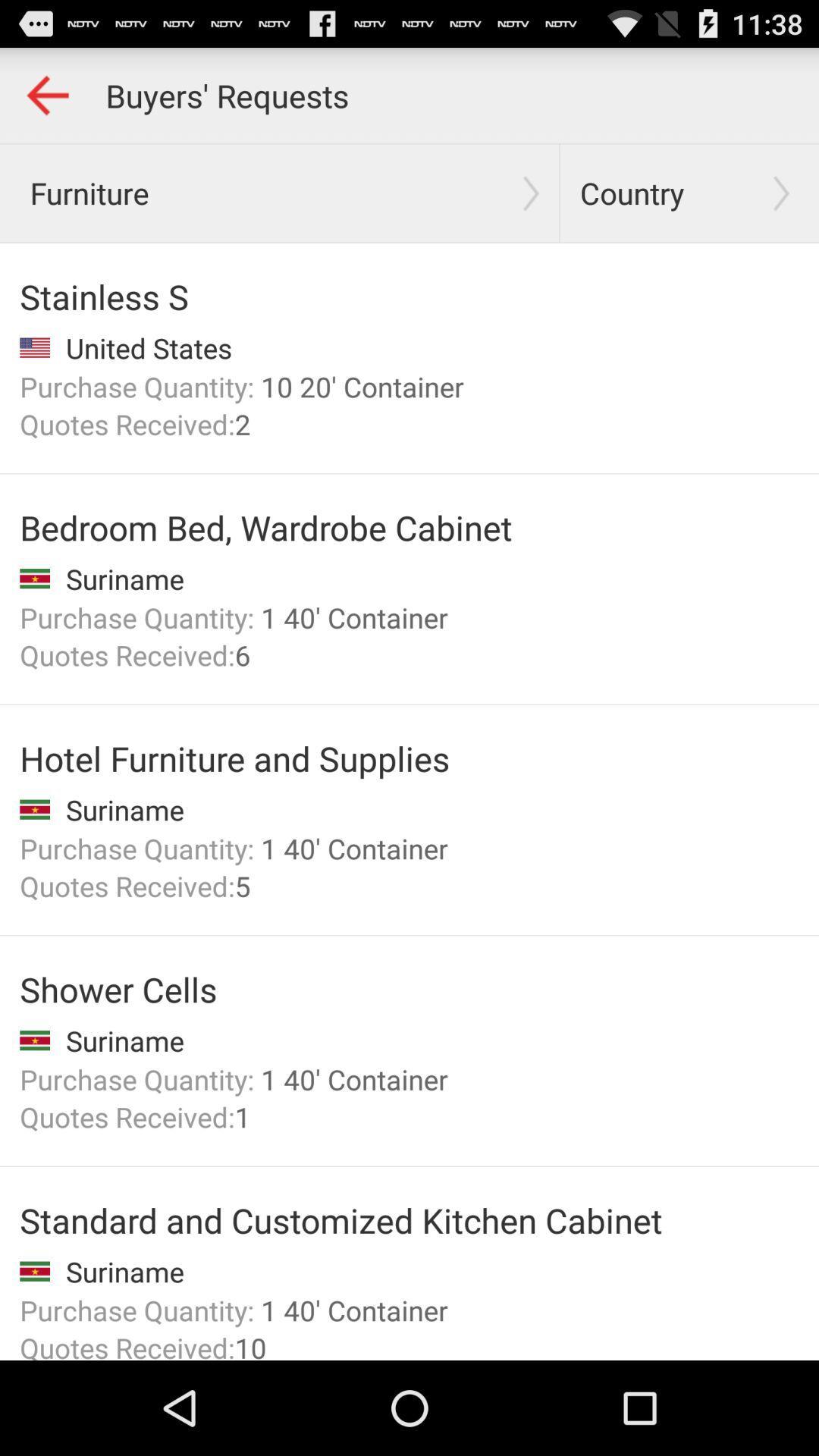 The height and width of the screenshot is (1456, 819). Describe the element at coordinates (46, 94) in the screenshot. I see `go back` at that location.